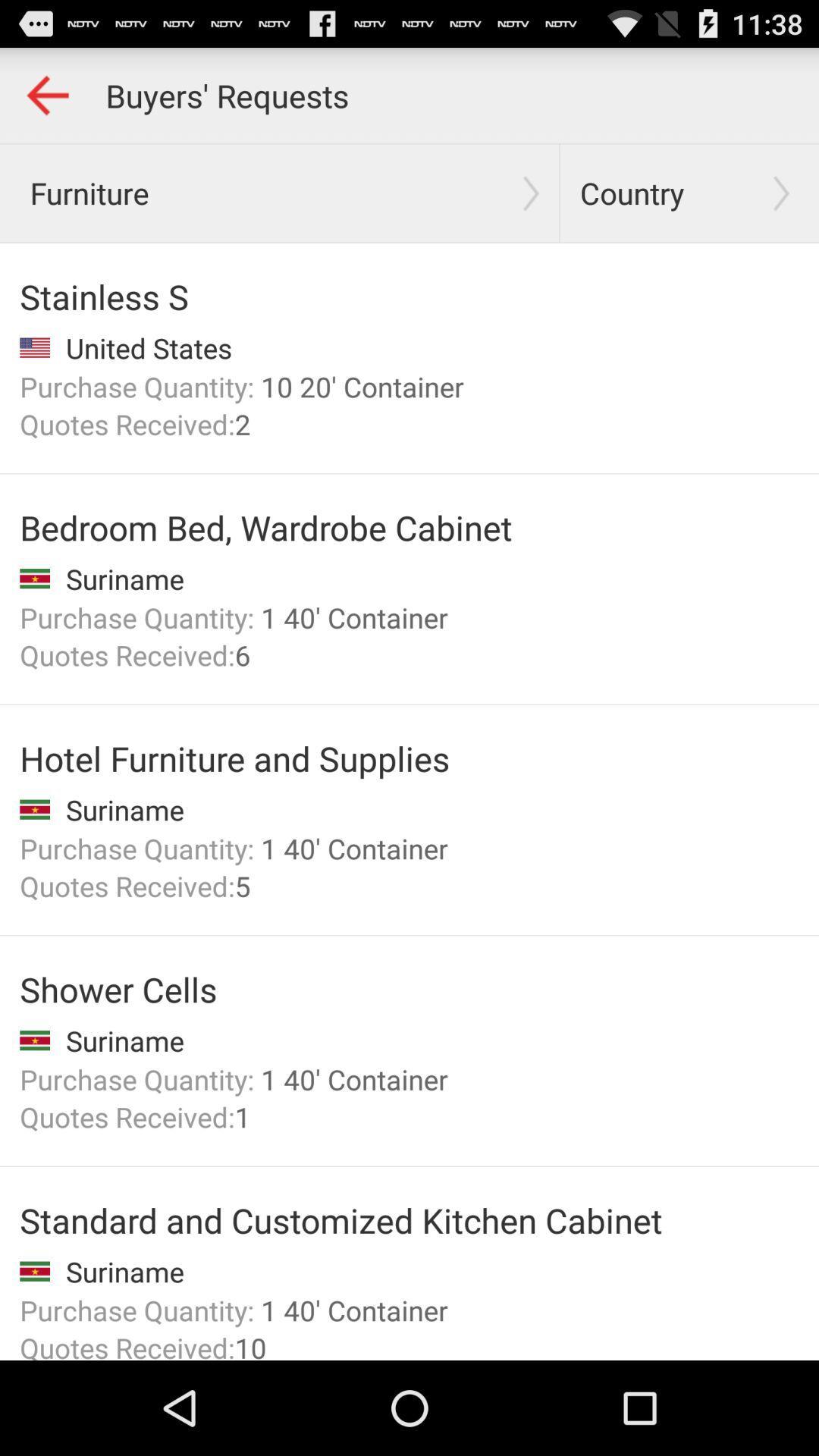 The height and width of the screenshot is (1456, 819). Describe the element at coordinates (46, 94) in the screenshot. I see `go back` at that location.